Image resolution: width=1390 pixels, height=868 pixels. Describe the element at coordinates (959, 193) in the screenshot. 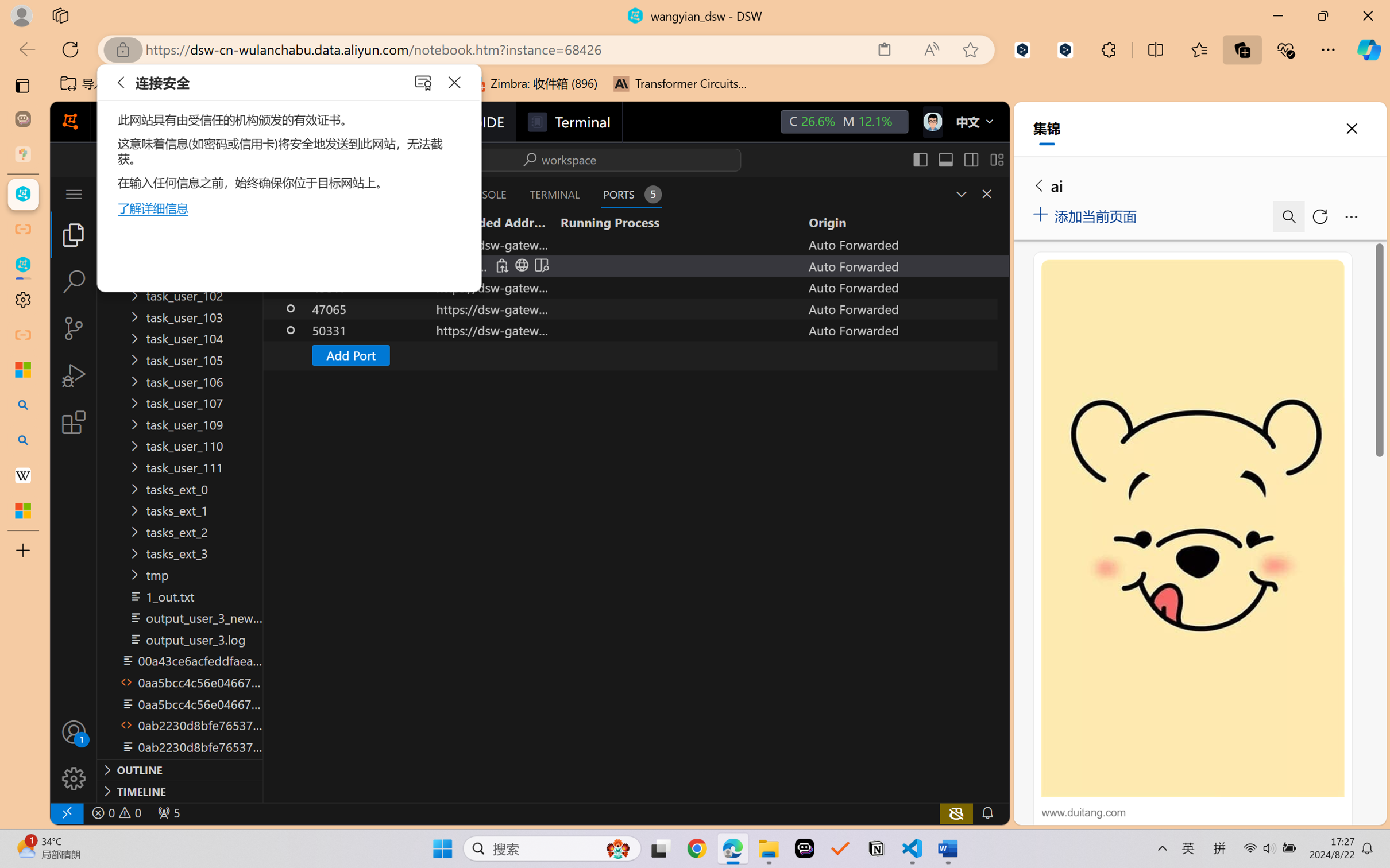

I see `'Restore Panel Size'` at that location.